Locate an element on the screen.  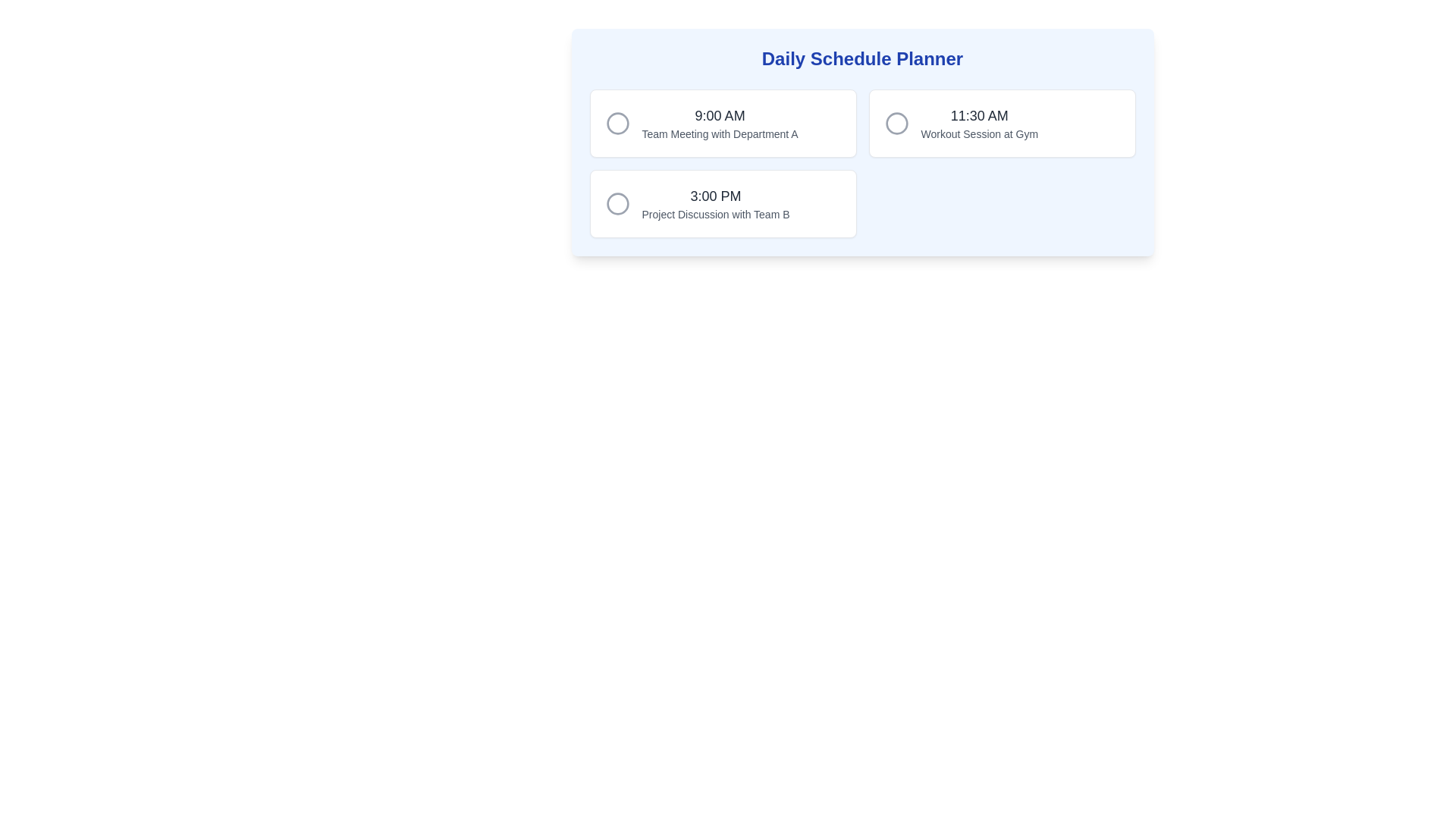
the time slot displaying '3:00 PM' and 'Project Discussion with Team B' to interact with it is located at coordinates (715, 203).